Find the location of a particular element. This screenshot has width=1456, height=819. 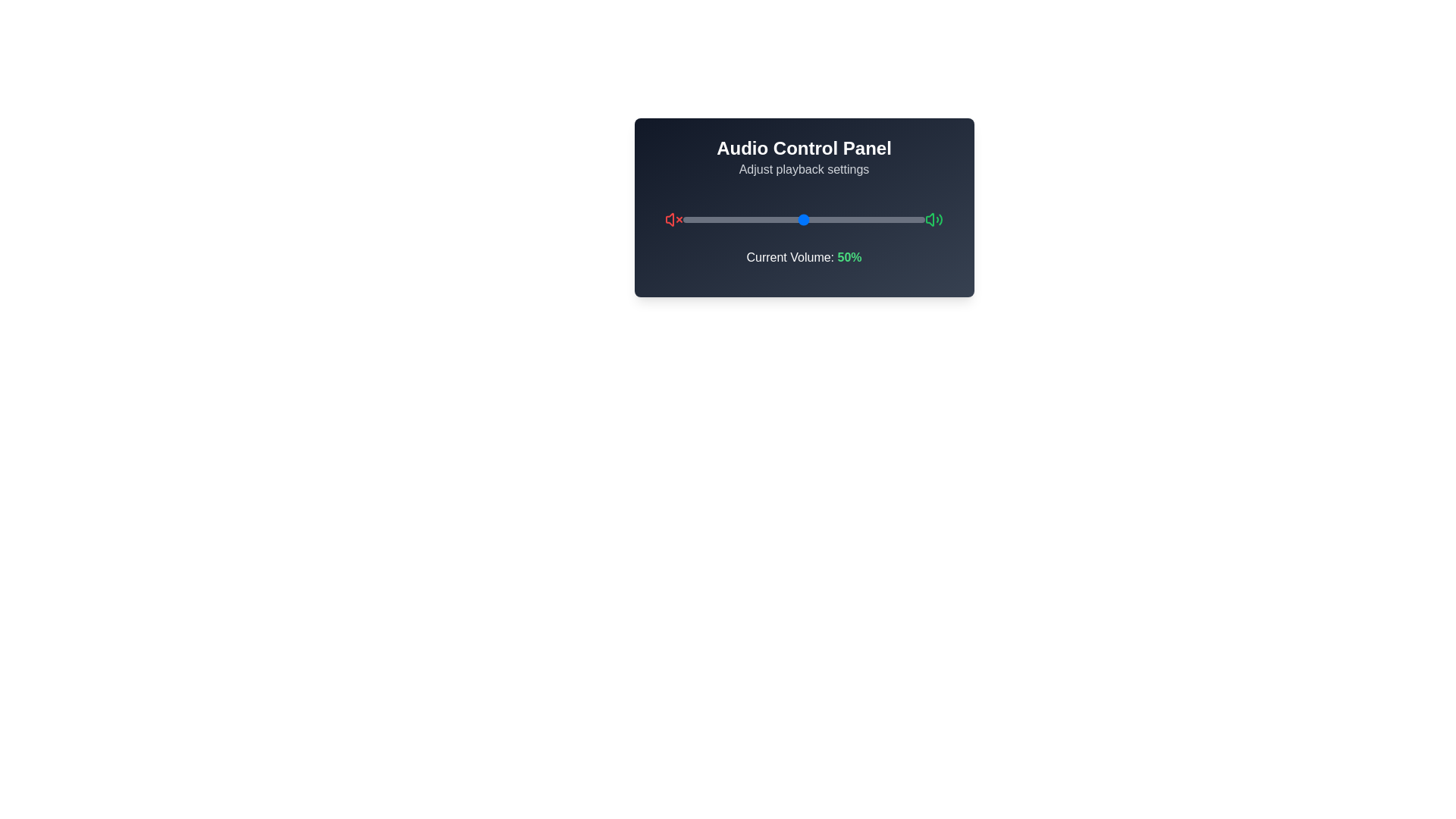

the volume slider to set the volume to 55% is located at coordinates (815, 219).